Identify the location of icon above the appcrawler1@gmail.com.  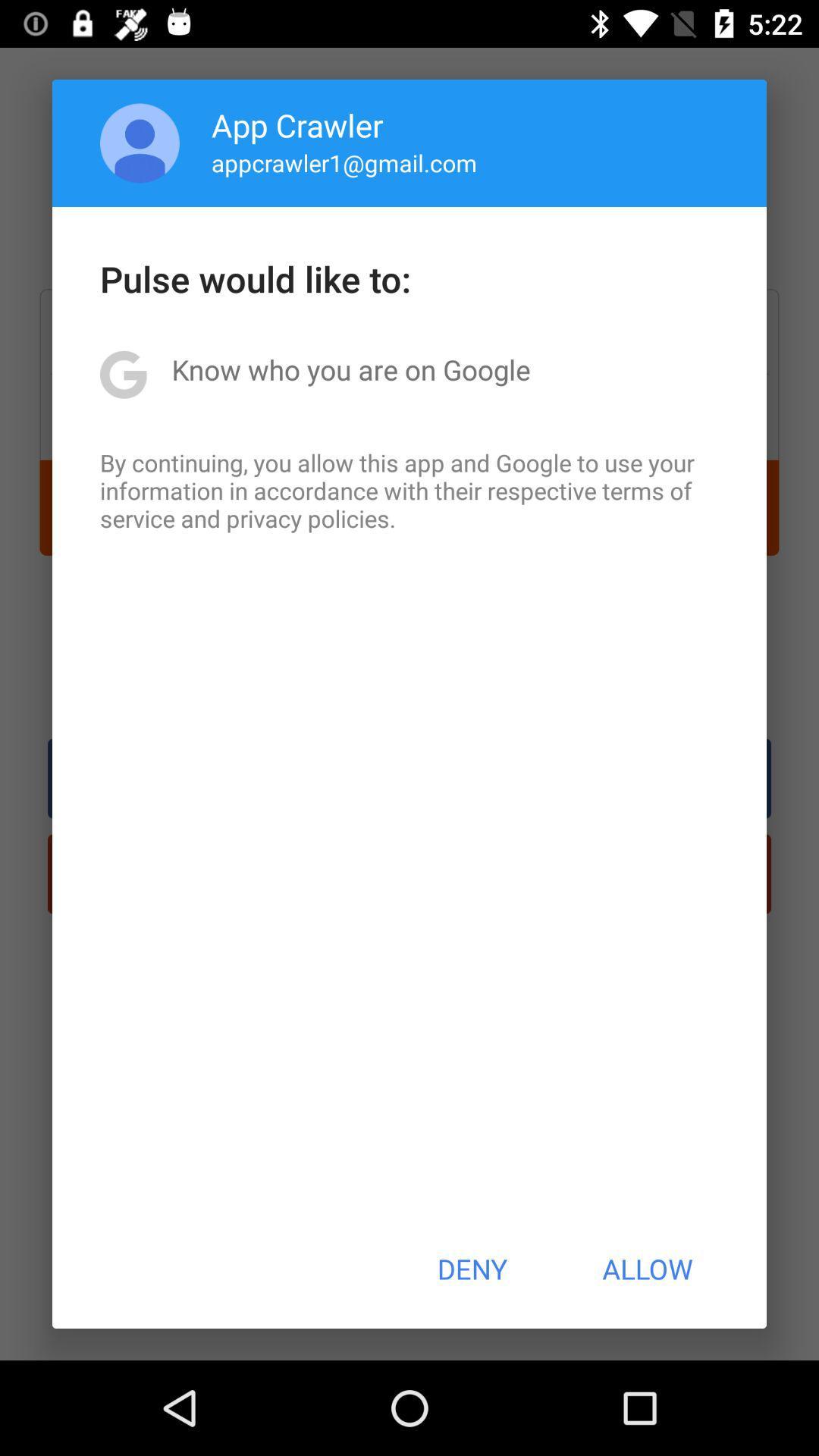
(297, 124).